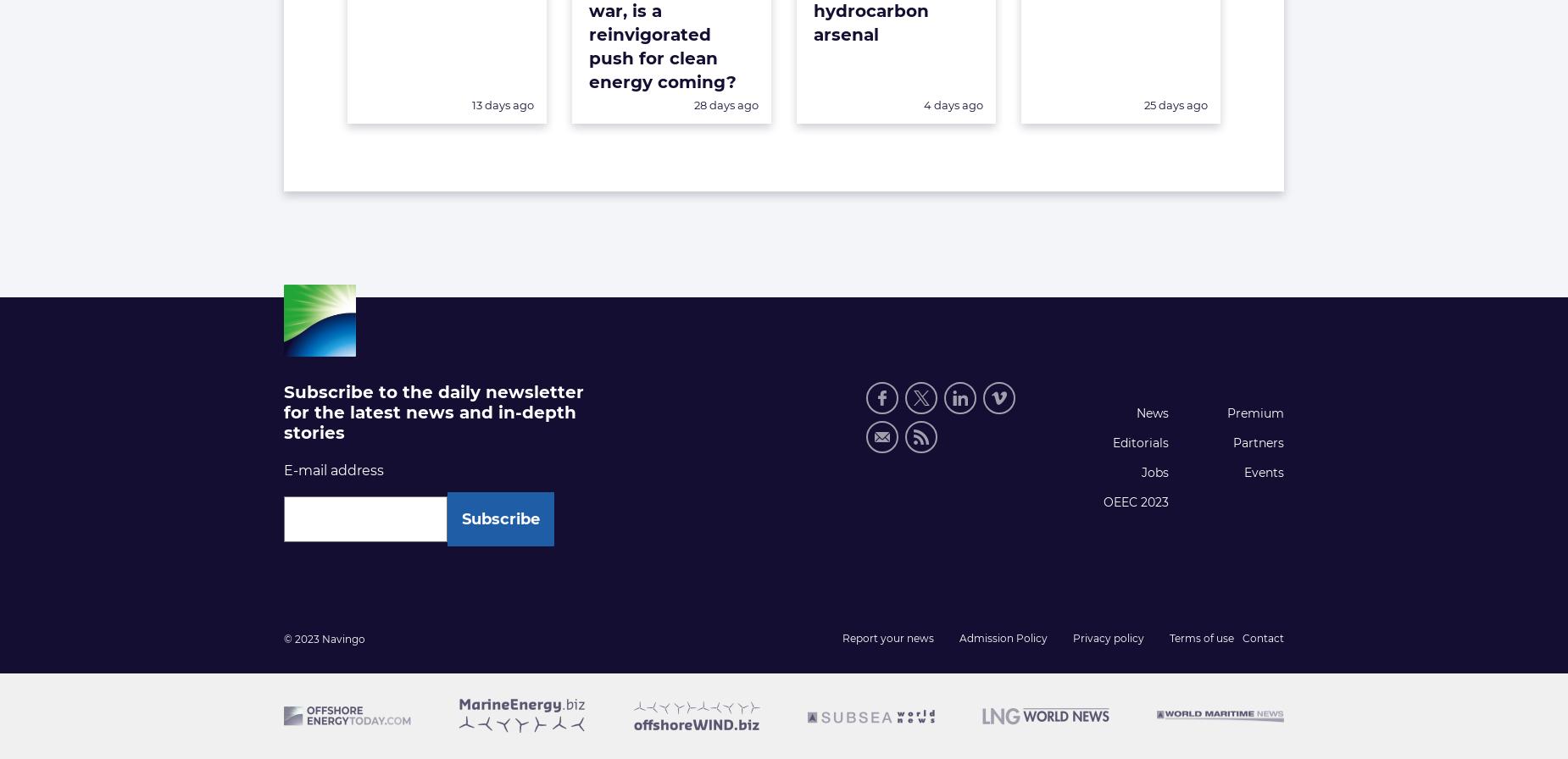 This screenshot has width=1568, height=759. What do you see at coordinates (1263, 638) in the screenshot?
I see `'Contact'` at bounding box center [1263, 638].